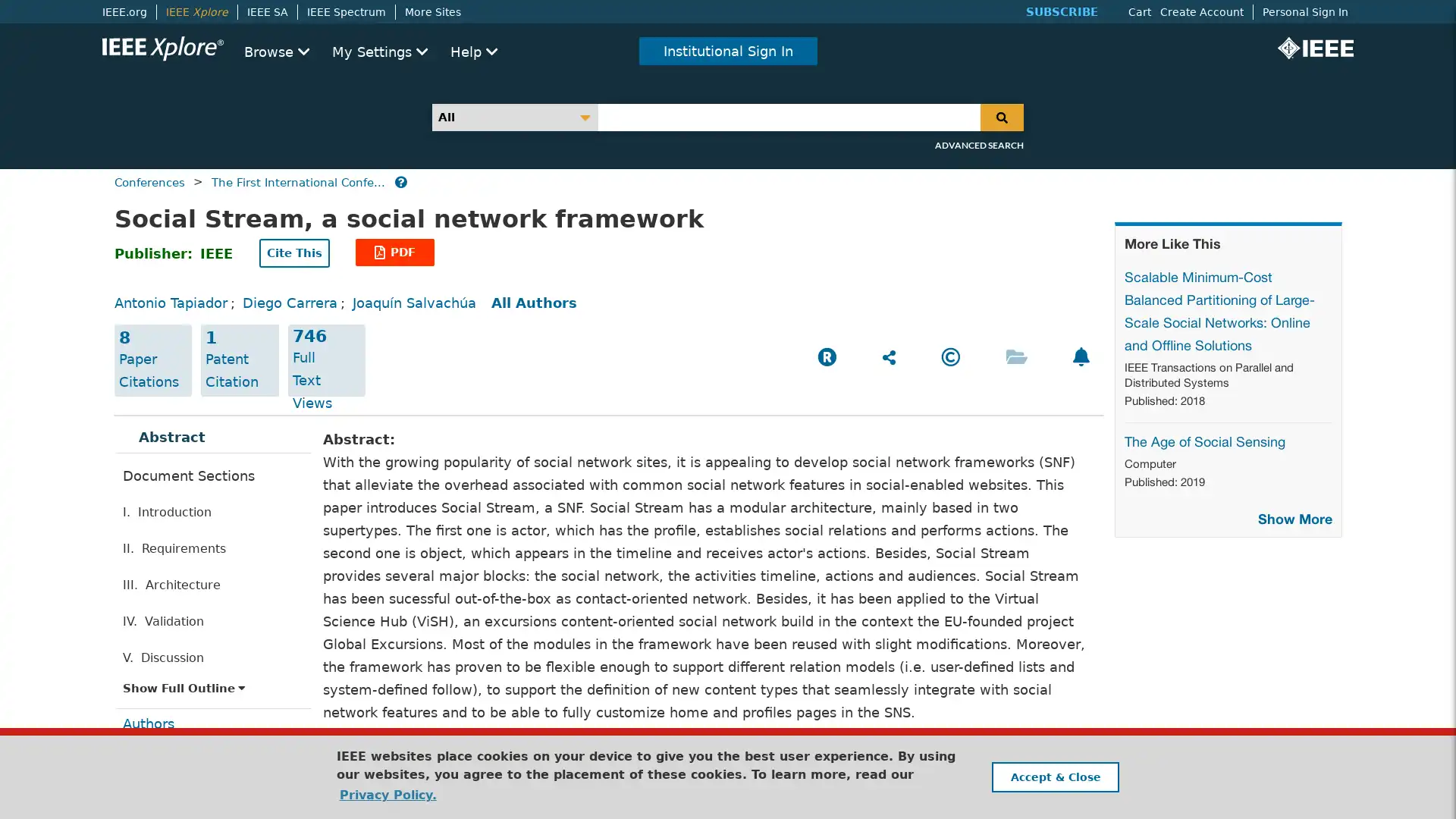 This screenshot has width=1456, height=819. I want to click on Show Full Outline, so click(184, 688).